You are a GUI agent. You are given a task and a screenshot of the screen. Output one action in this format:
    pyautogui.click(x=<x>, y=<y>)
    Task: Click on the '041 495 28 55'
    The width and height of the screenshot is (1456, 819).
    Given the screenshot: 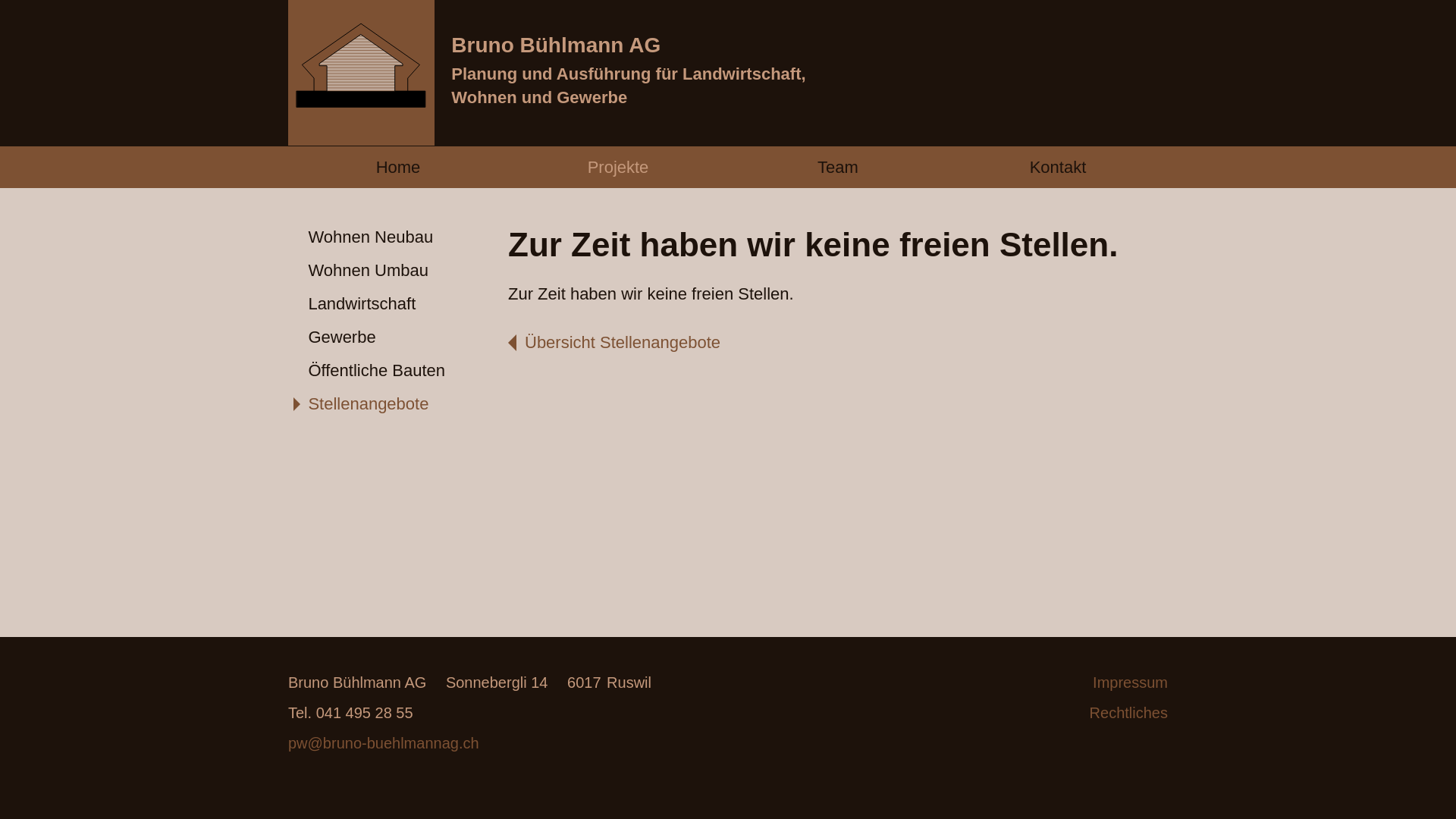 What is the action you would take?
    pyautogui.click(x=350, y=713)
    